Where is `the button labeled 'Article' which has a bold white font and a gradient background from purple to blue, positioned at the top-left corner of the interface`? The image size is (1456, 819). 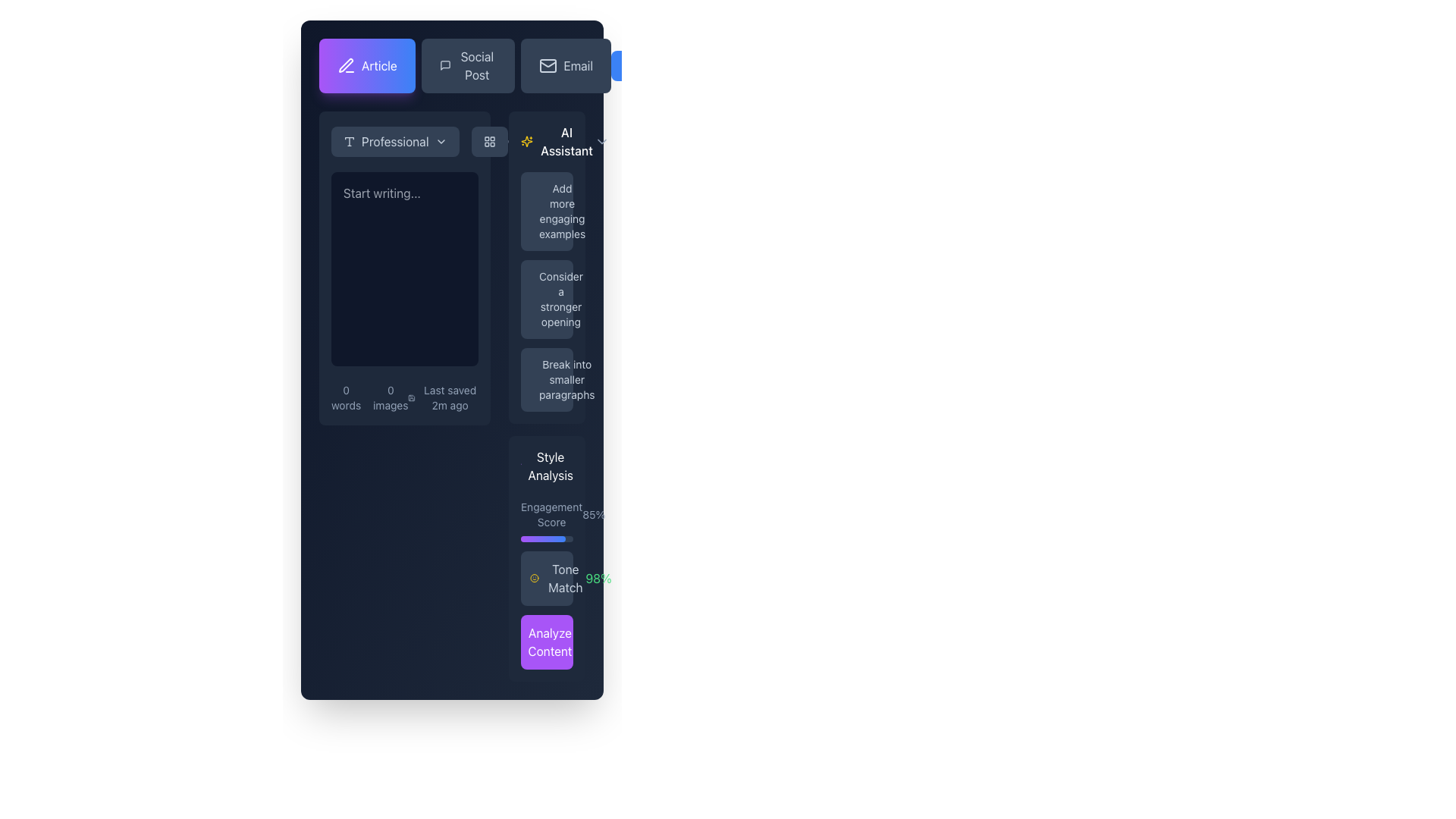 the button labeled 'Article' which has a bold white font and a gradient background from purple to blue, positioned at the top-left corner of the interface is located at coordinates (379, 65).